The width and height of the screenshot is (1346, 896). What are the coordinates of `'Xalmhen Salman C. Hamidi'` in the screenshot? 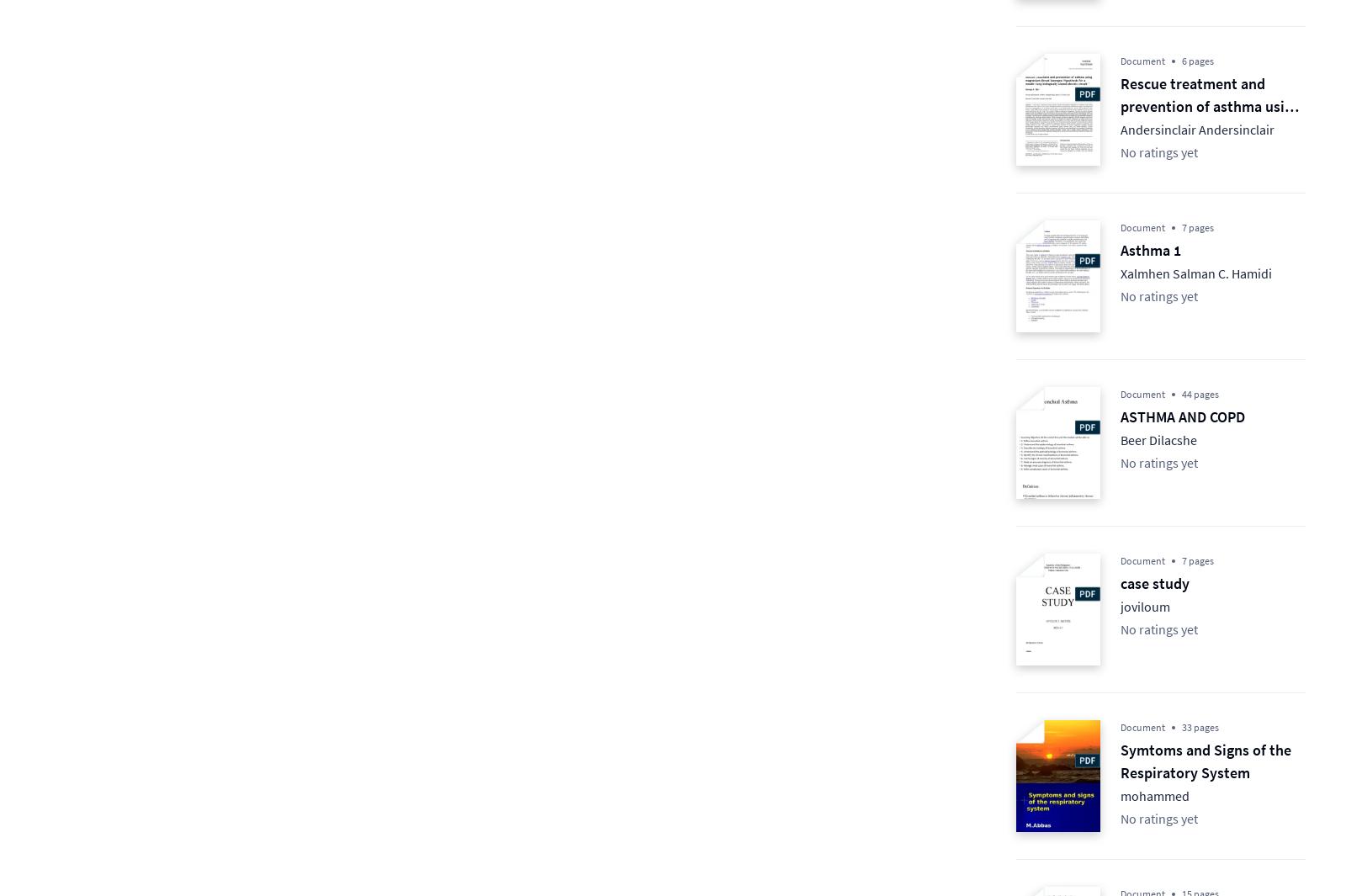 It's located at (1120, 273).